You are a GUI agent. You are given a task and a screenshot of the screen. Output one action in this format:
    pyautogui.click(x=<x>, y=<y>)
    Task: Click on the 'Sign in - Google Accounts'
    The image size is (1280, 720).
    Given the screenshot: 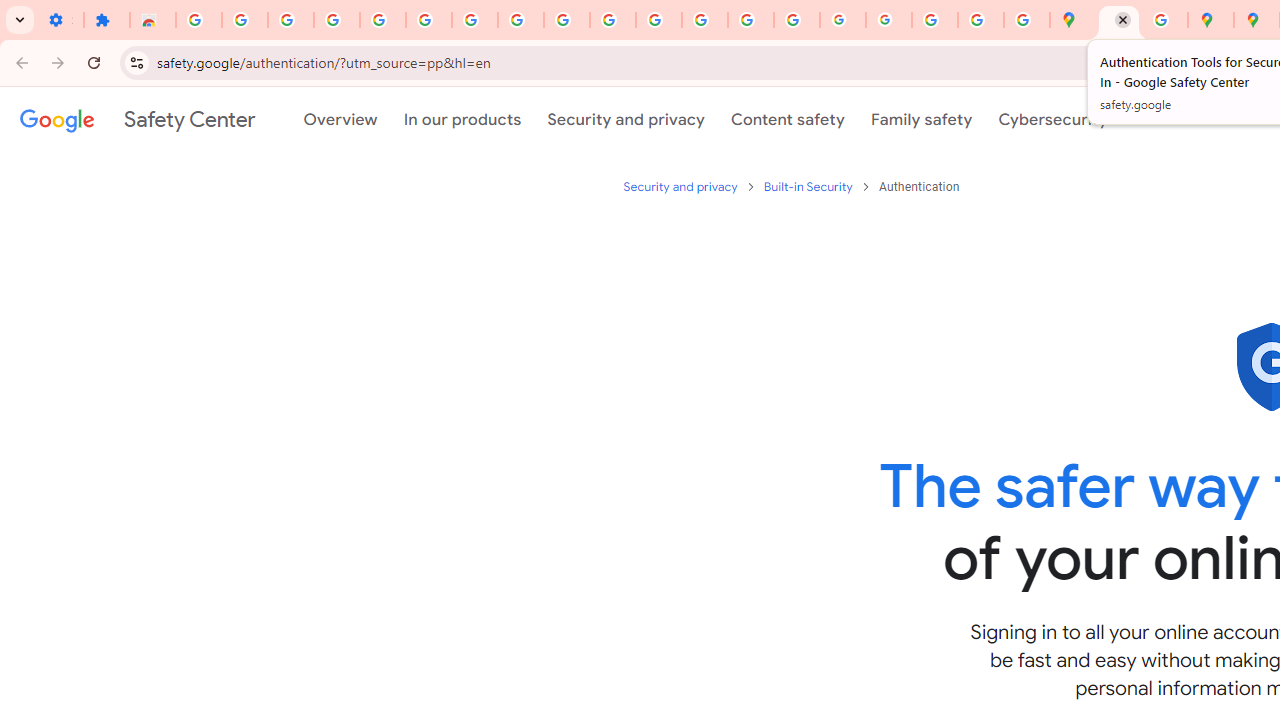 What is the action you would take?
    pyautogui.click(x=198, y=20)
    